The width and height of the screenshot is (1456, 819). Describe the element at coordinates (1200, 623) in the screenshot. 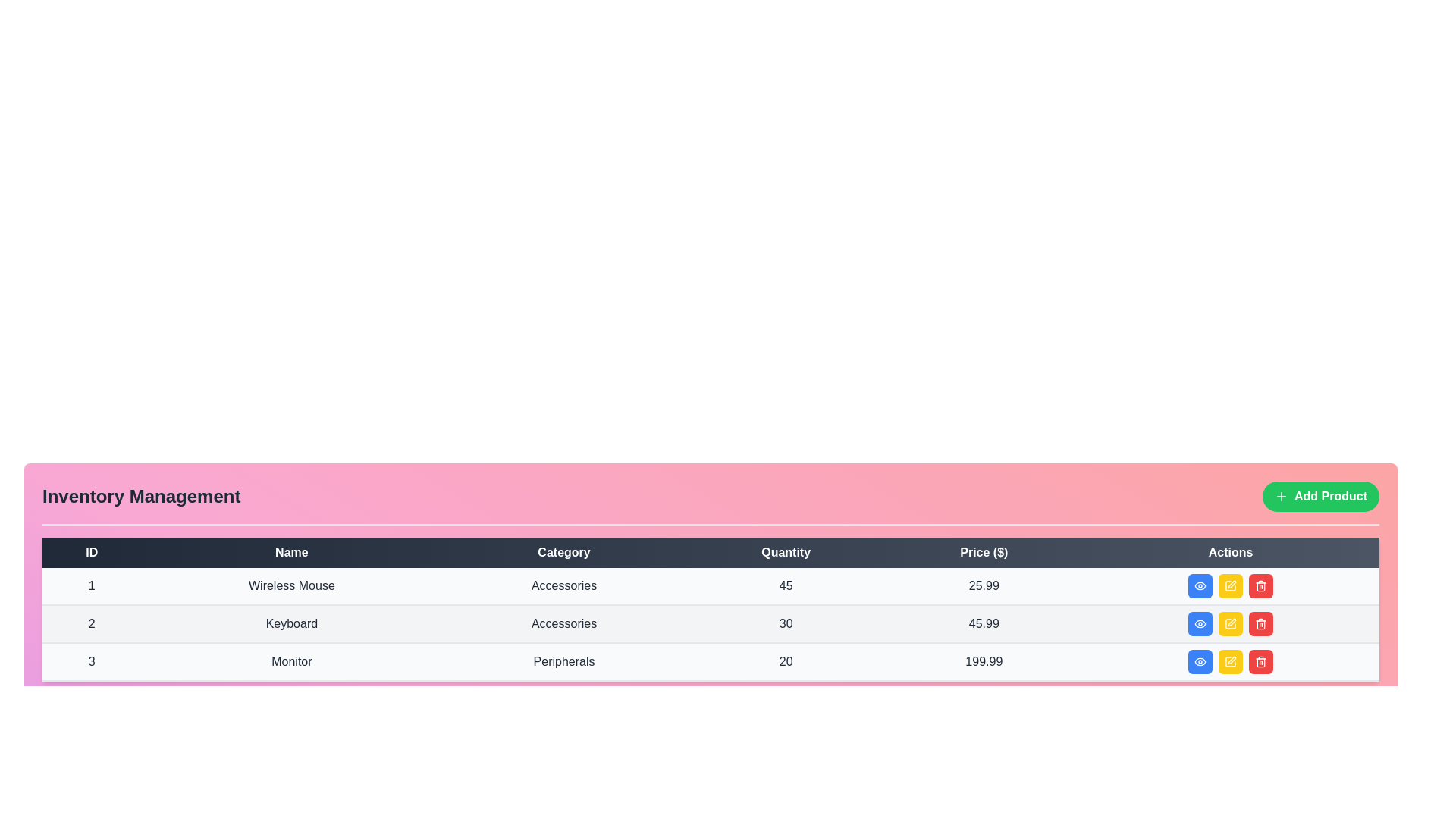

I see `the first button with an icon in the 'Actions' column of the second row in the 'Inventory Management' section` at that location.